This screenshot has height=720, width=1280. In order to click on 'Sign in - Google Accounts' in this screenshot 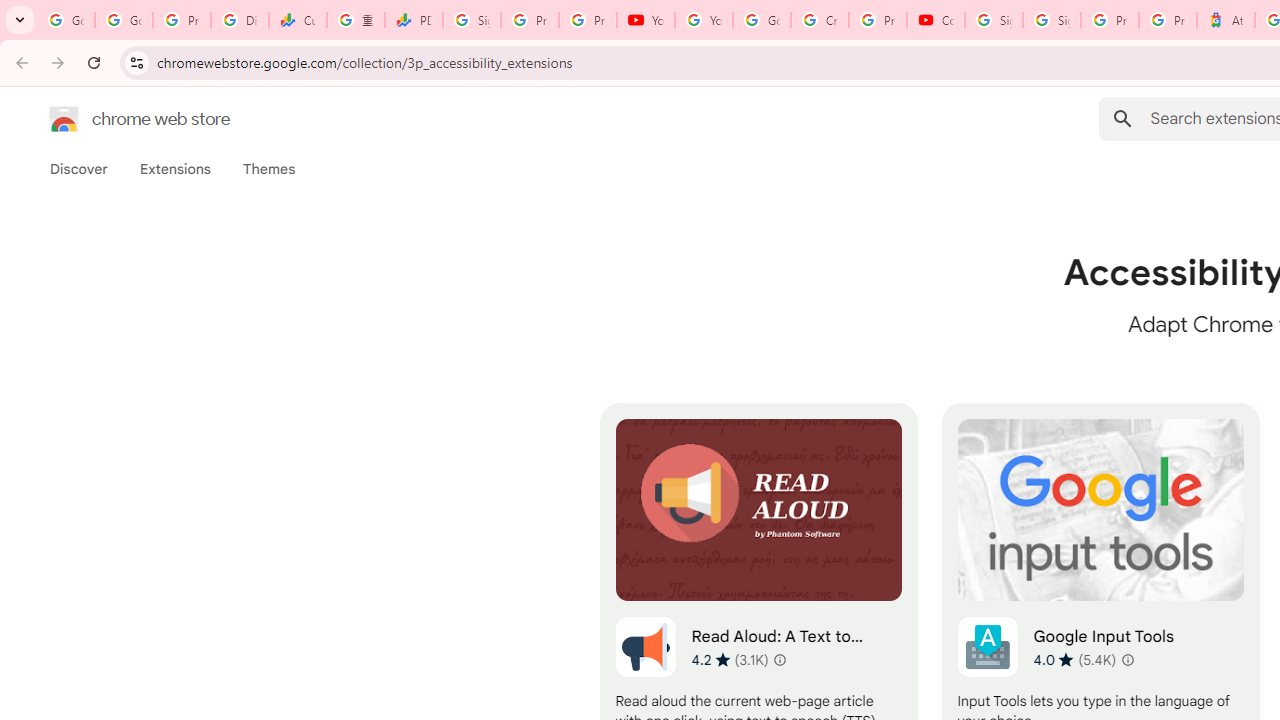, I will do `click(993, 20)`.